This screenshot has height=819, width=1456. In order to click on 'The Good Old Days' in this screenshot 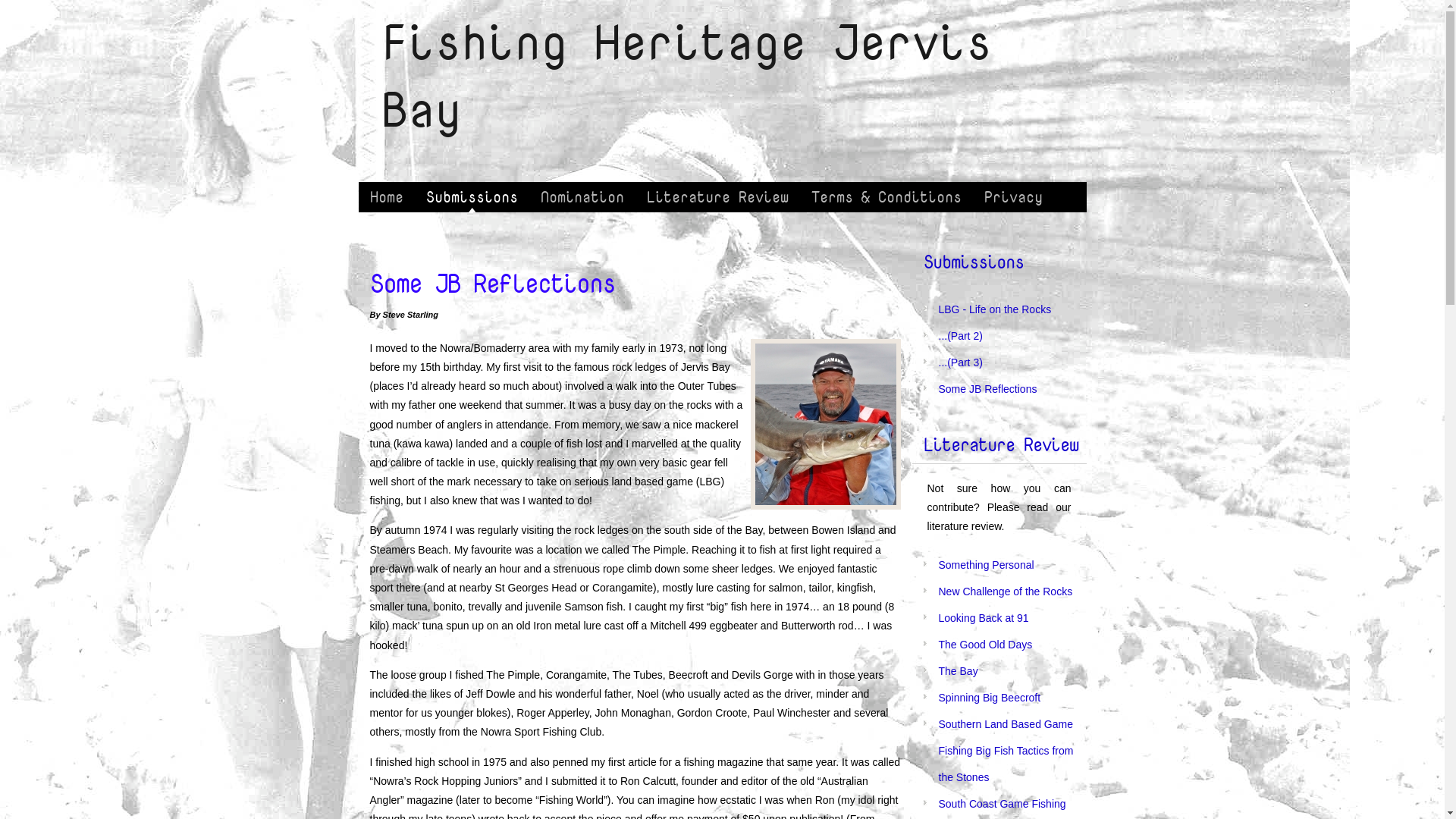, I will do `click(986, 644)`.